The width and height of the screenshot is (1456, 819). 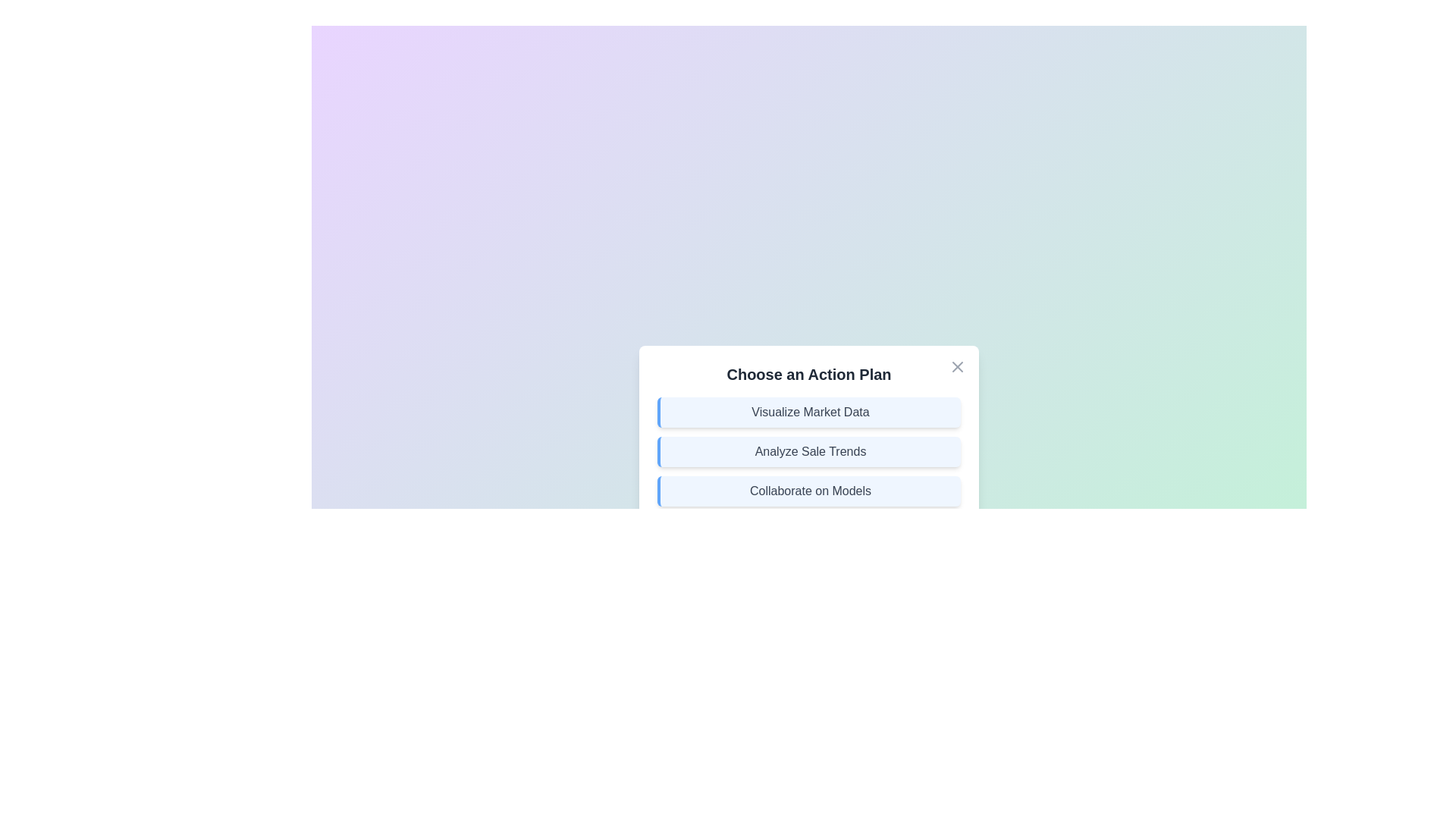 I want to click on the list item corresponding to Collaborate on Models, so click(x=808, y=491).